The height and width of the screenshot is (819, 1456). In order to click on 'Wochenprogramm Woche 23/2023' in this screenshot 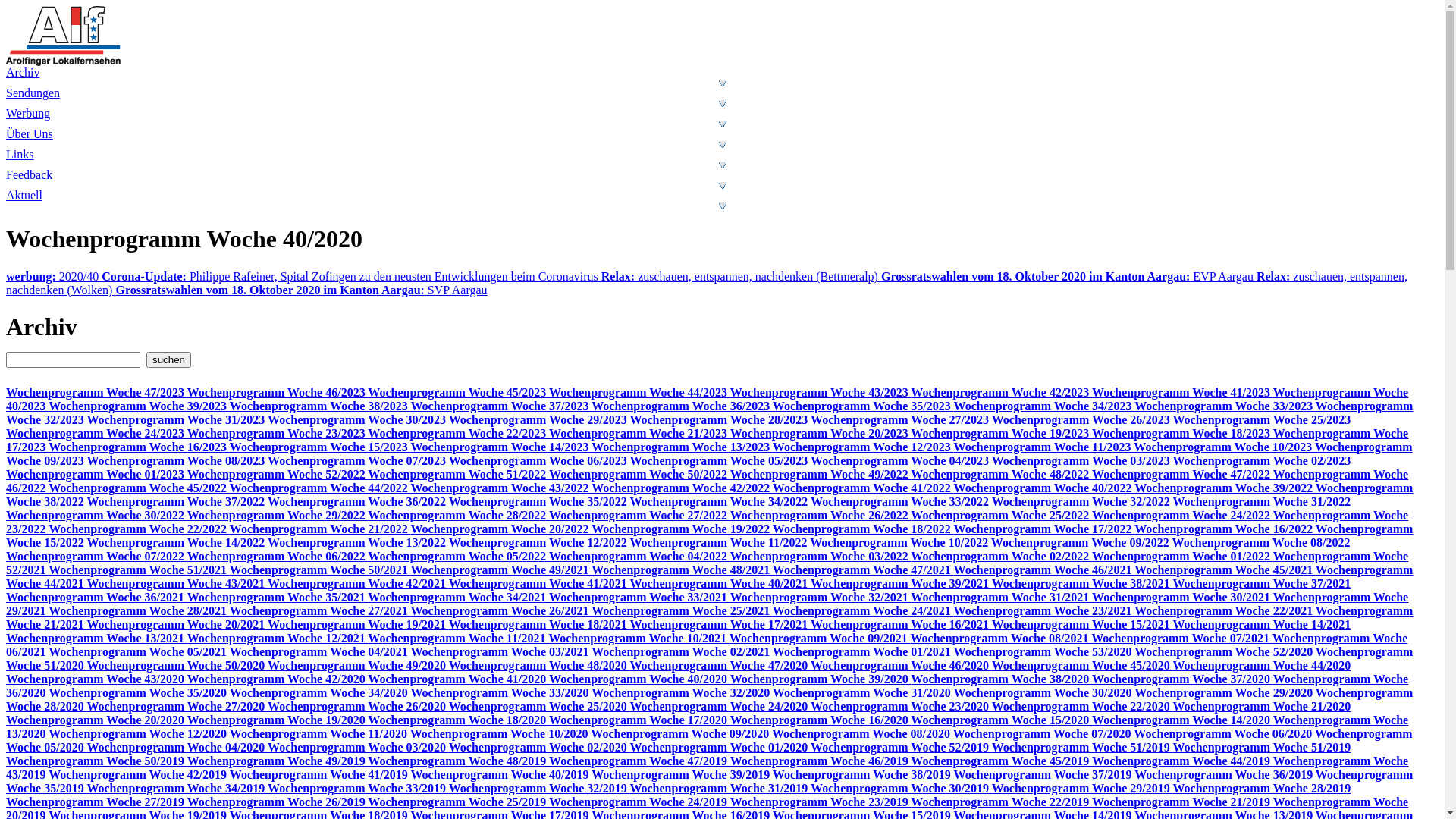, I will do `click(278, 433)`.